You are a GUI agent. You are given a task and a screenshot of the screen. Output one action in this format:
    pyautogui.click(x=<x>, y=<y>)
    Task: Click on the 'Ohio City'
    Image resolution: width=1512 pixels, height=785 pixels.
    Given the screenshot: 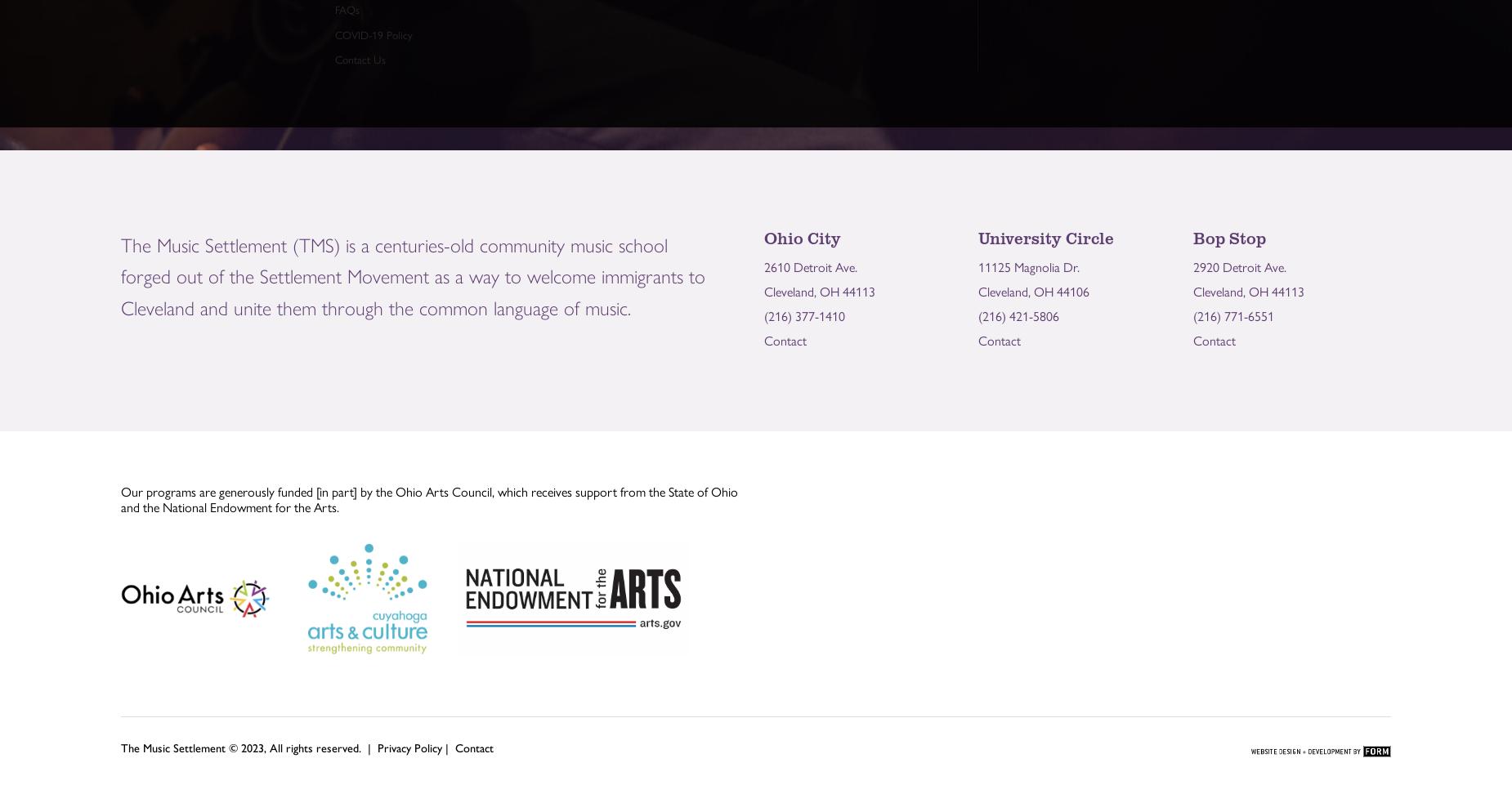 What is the action you would take?
    pyautogui.click(x=801, y=237)
    